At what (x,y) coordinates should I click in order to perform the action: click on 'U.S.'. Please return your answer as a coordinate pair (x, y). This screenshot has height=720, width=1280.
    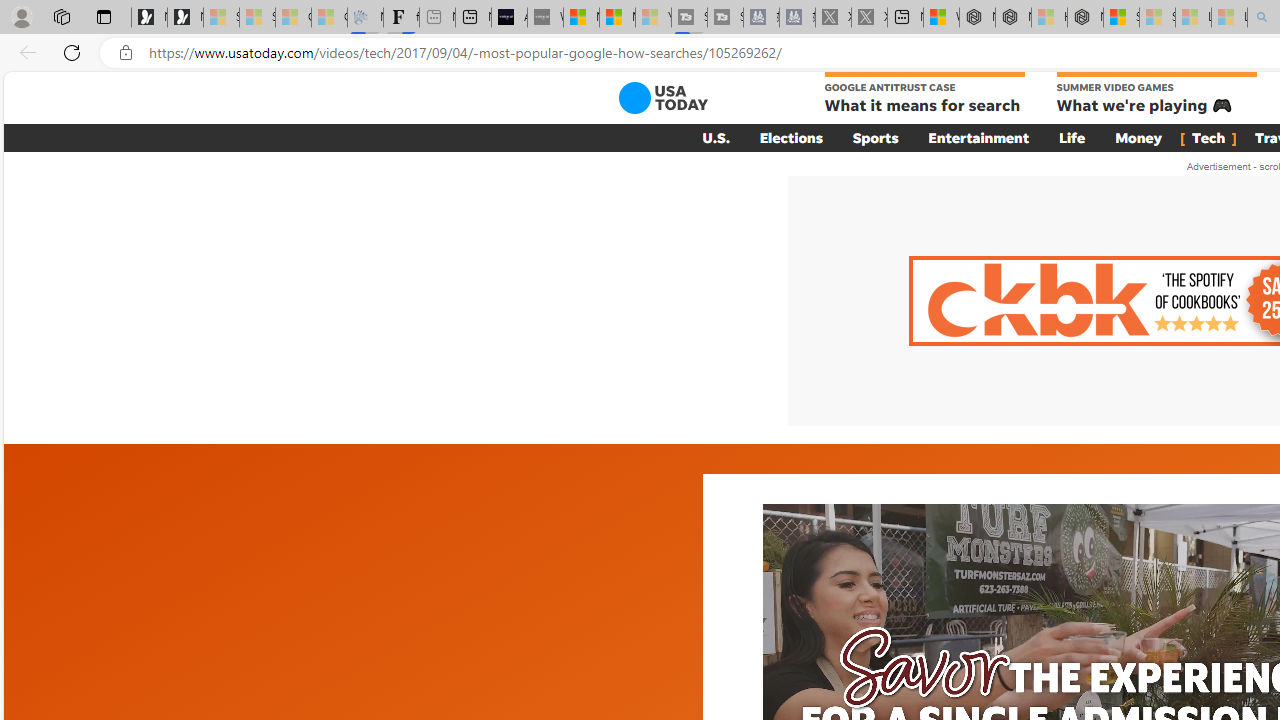
    Looking at the image, I should click on (716, 136).